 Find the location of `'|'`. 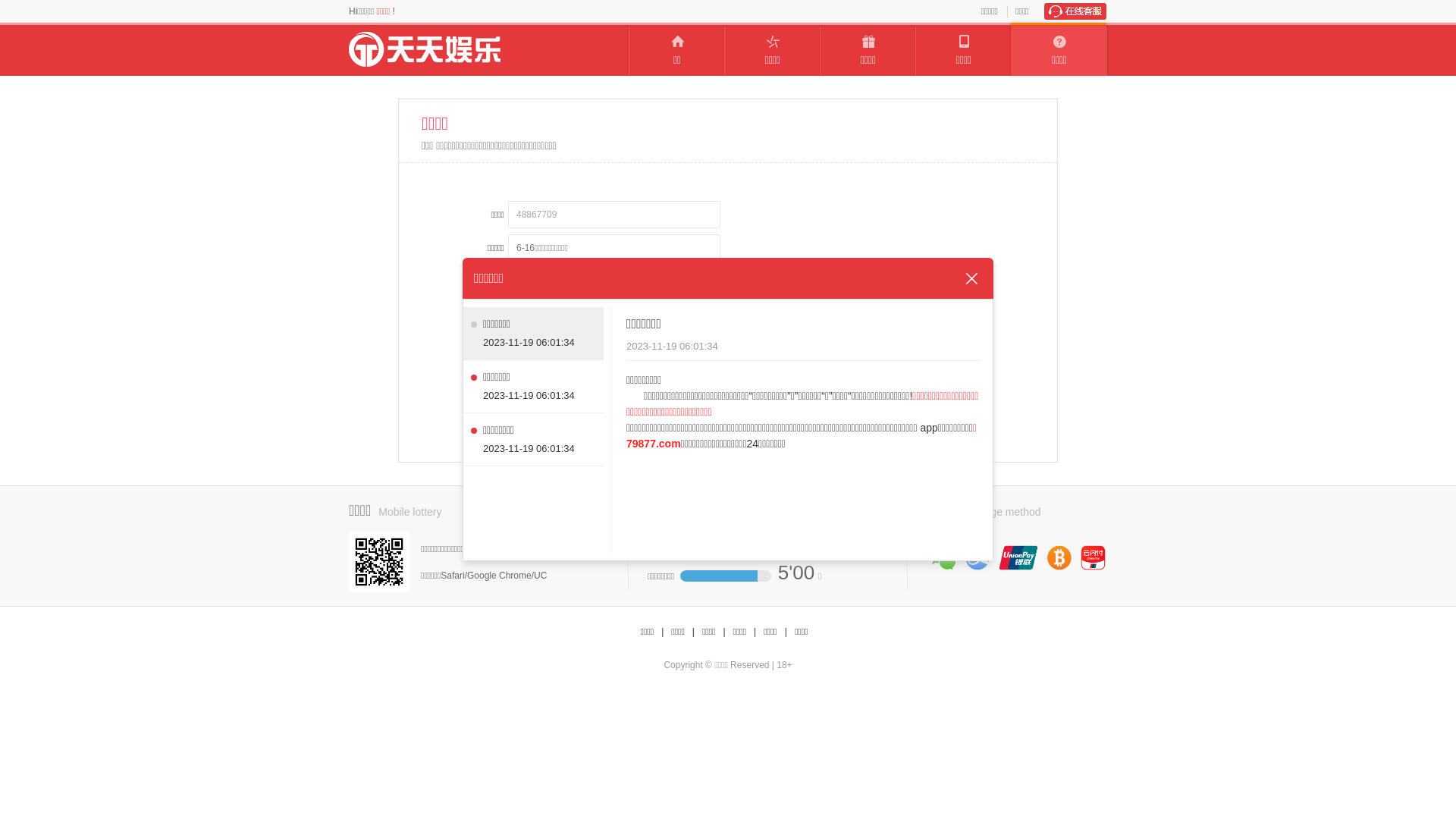

'|' is located at coordinates (723, 632).